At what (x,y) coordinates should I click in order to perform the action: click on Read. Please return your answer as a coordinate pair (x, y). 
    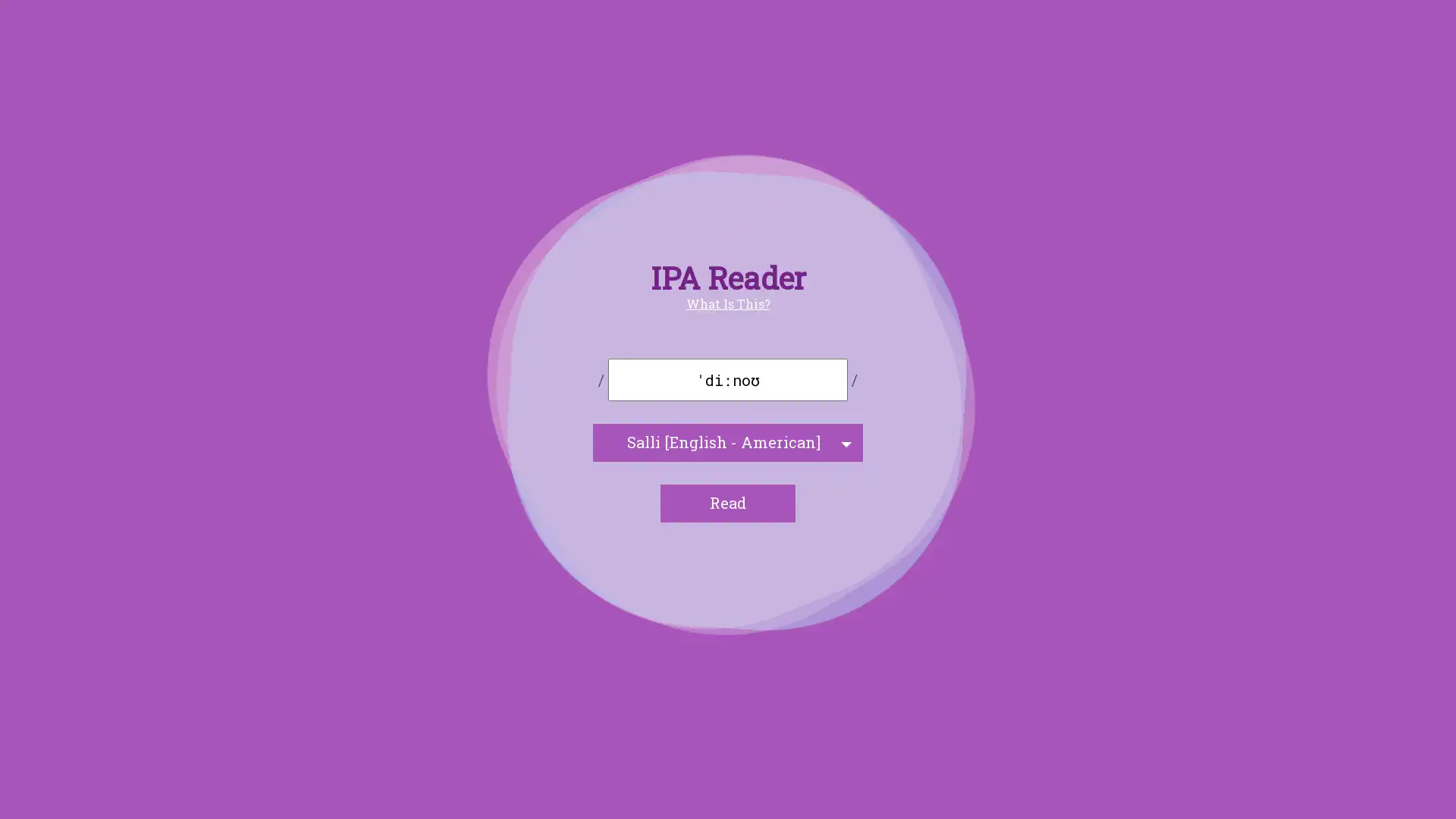
    Looking at the image, I should click on (728, 503).